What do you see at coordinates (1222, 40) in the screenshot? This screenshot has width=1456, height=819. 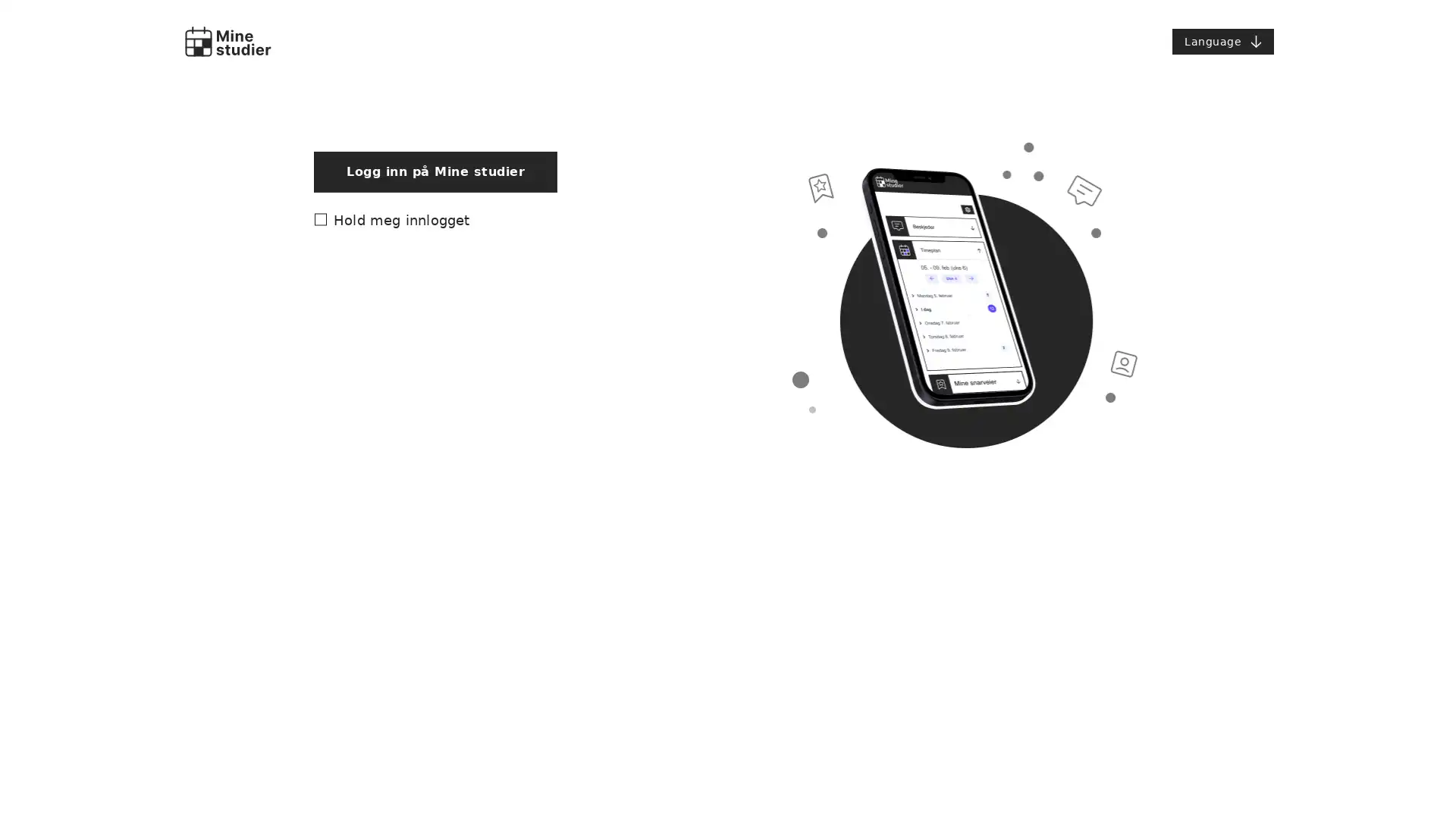 I see `Meny` at bounding box center [1222, 40].